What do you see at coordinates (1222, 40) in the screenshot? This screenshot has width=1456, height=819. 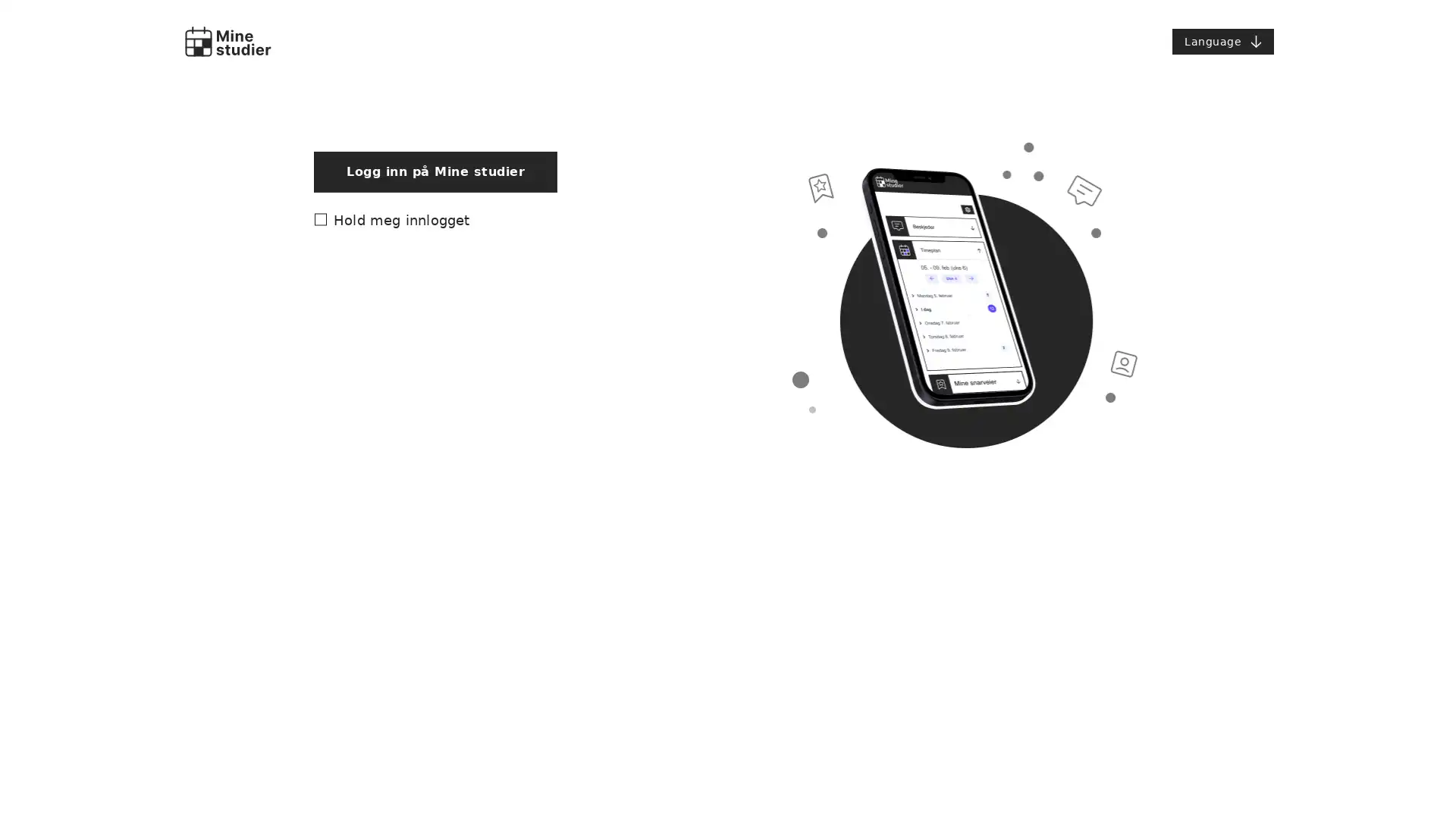 I see `Meny` at bounding box center [1222, 40].